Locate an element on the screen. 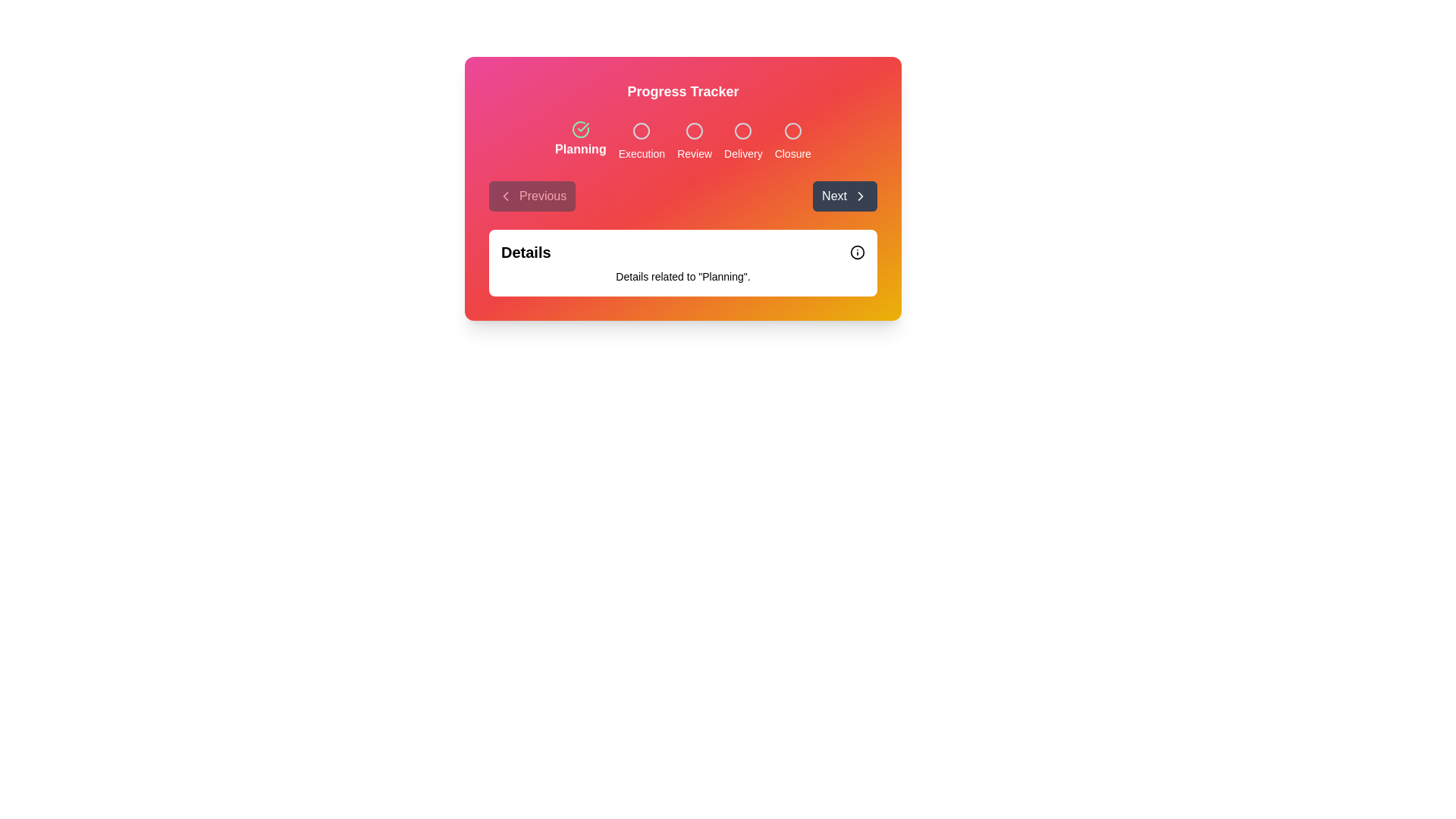 The image size is (1456, 819). the 'Review' text label in the progress tracker, which indicates the third stage of the workflow is located at coordinates (694, 154).